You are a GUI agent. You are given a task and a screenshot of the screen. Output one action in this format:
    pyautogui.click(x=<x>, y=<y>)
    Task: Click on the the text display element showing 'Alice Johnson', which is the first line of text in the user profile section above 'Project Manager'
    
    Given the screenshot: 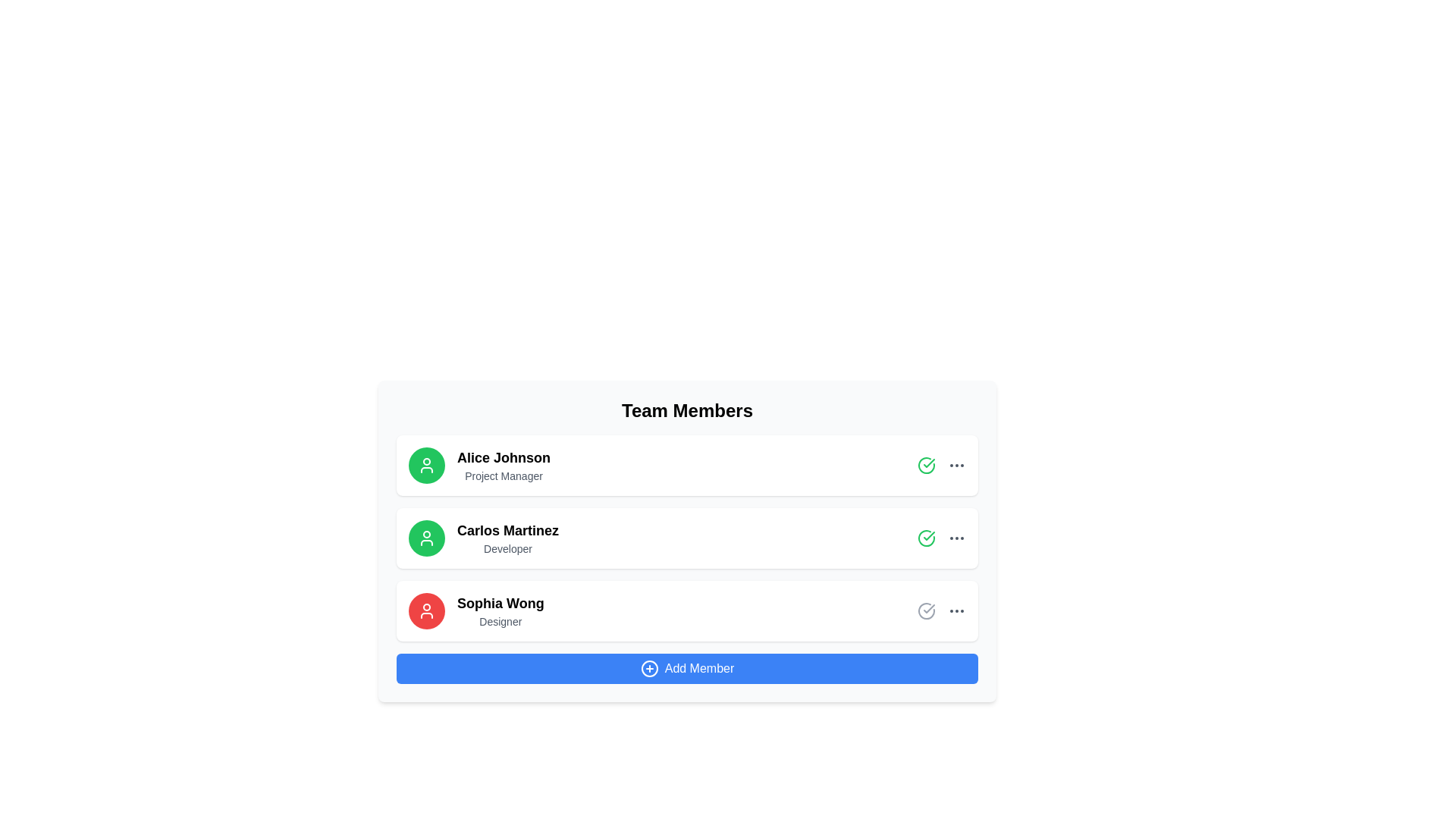 What is the action you would take?
    pyautogui.click(x=504, y=457)
    